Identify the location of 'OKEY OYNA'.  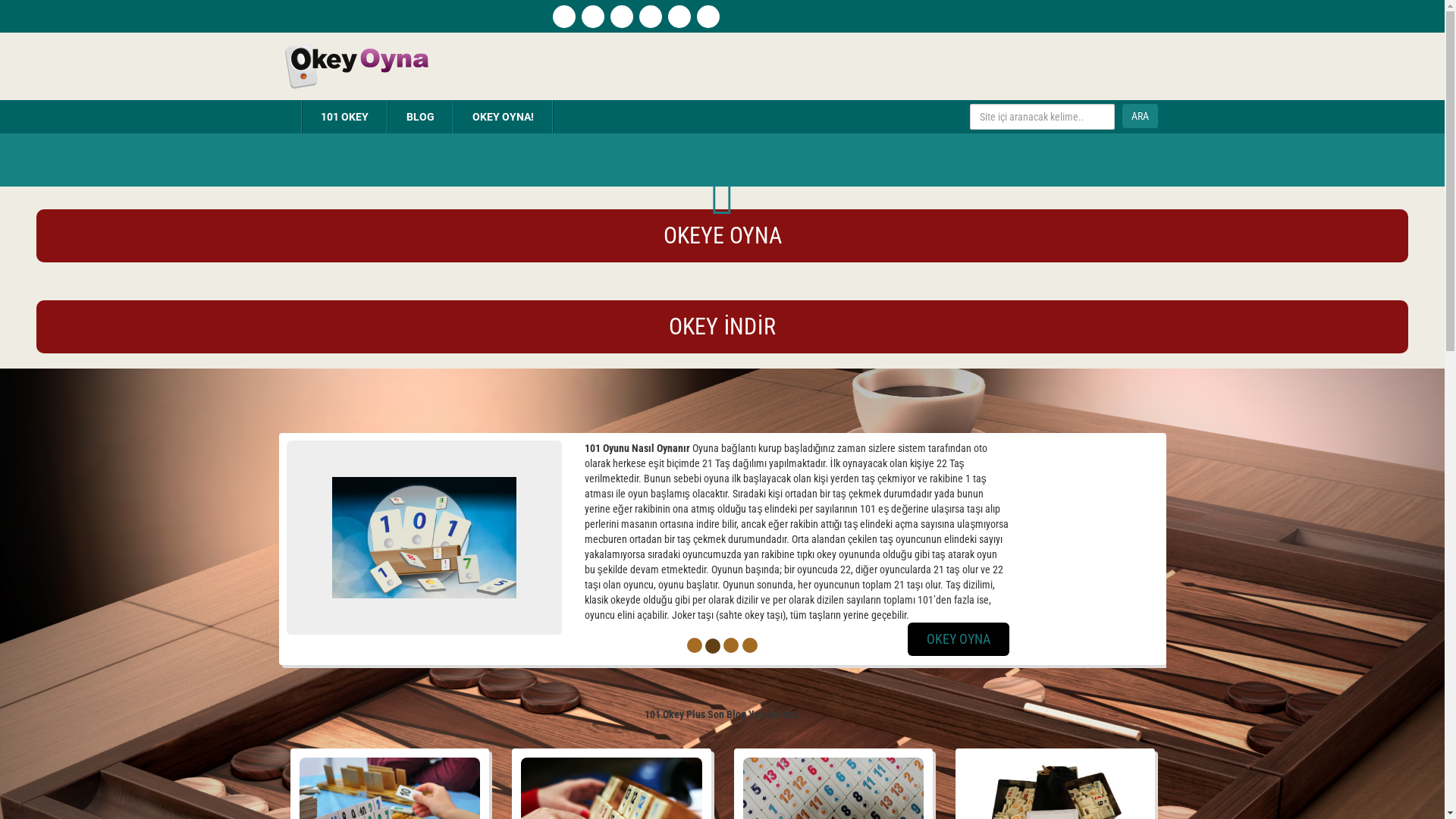
(1022, 639).